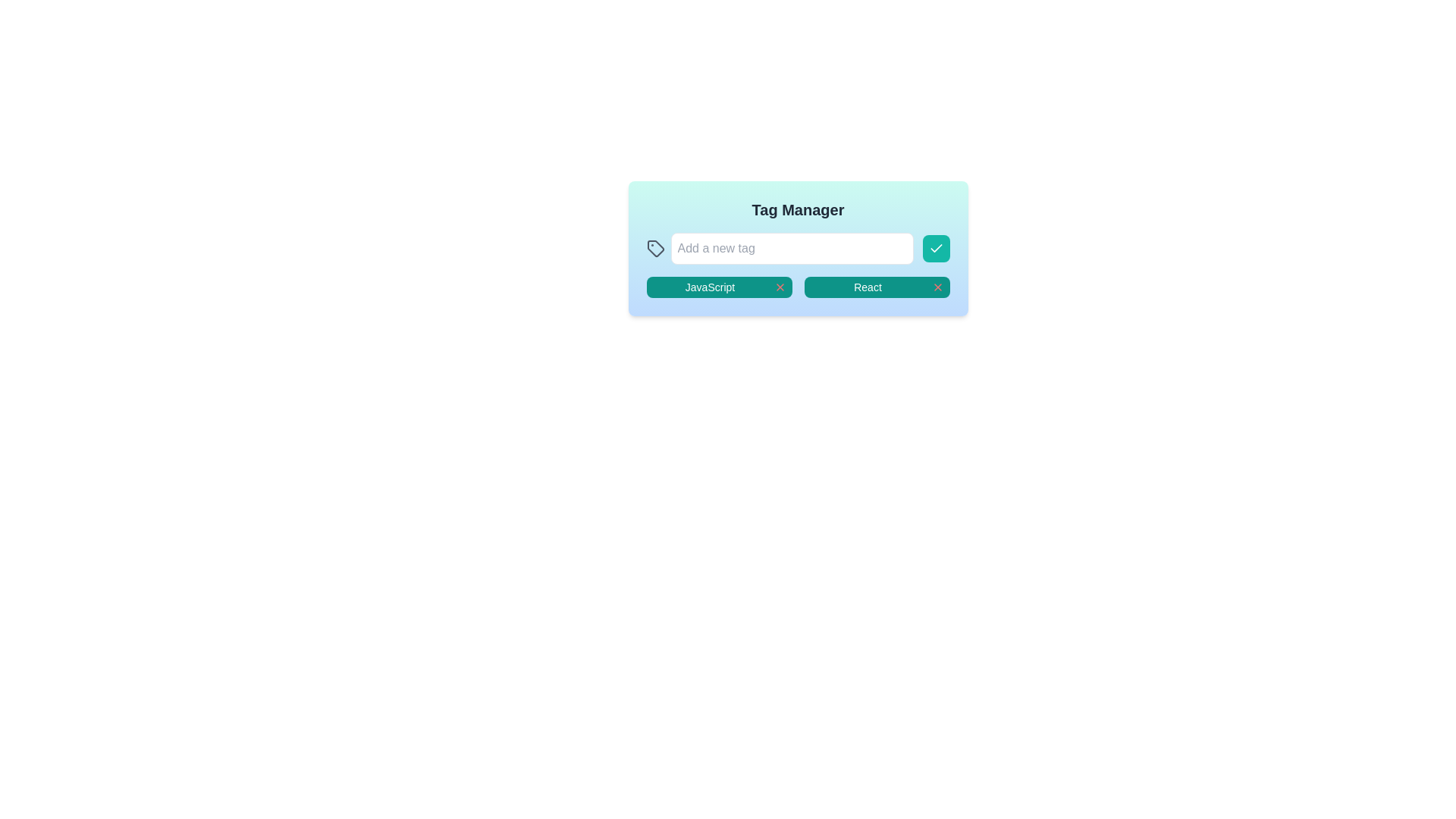  What do you see at coordinates (655, 247) in the screenshot?
I see `the decorative tag icon located to the left of the 'Add a new tag' input field in the 'Tag Manager' interface, which symbolizes the tagging functionality` at bounding box center [655, 247].